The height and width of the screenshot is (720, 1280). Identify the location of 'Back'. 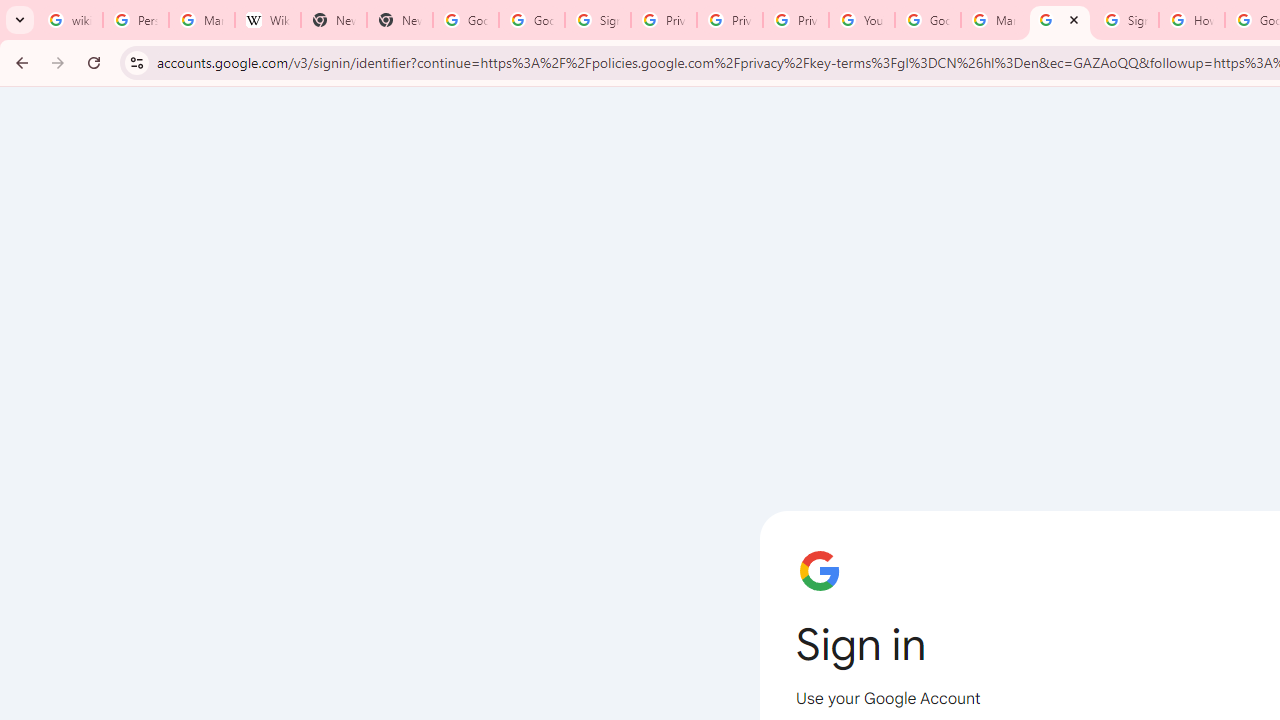
(19, 61).